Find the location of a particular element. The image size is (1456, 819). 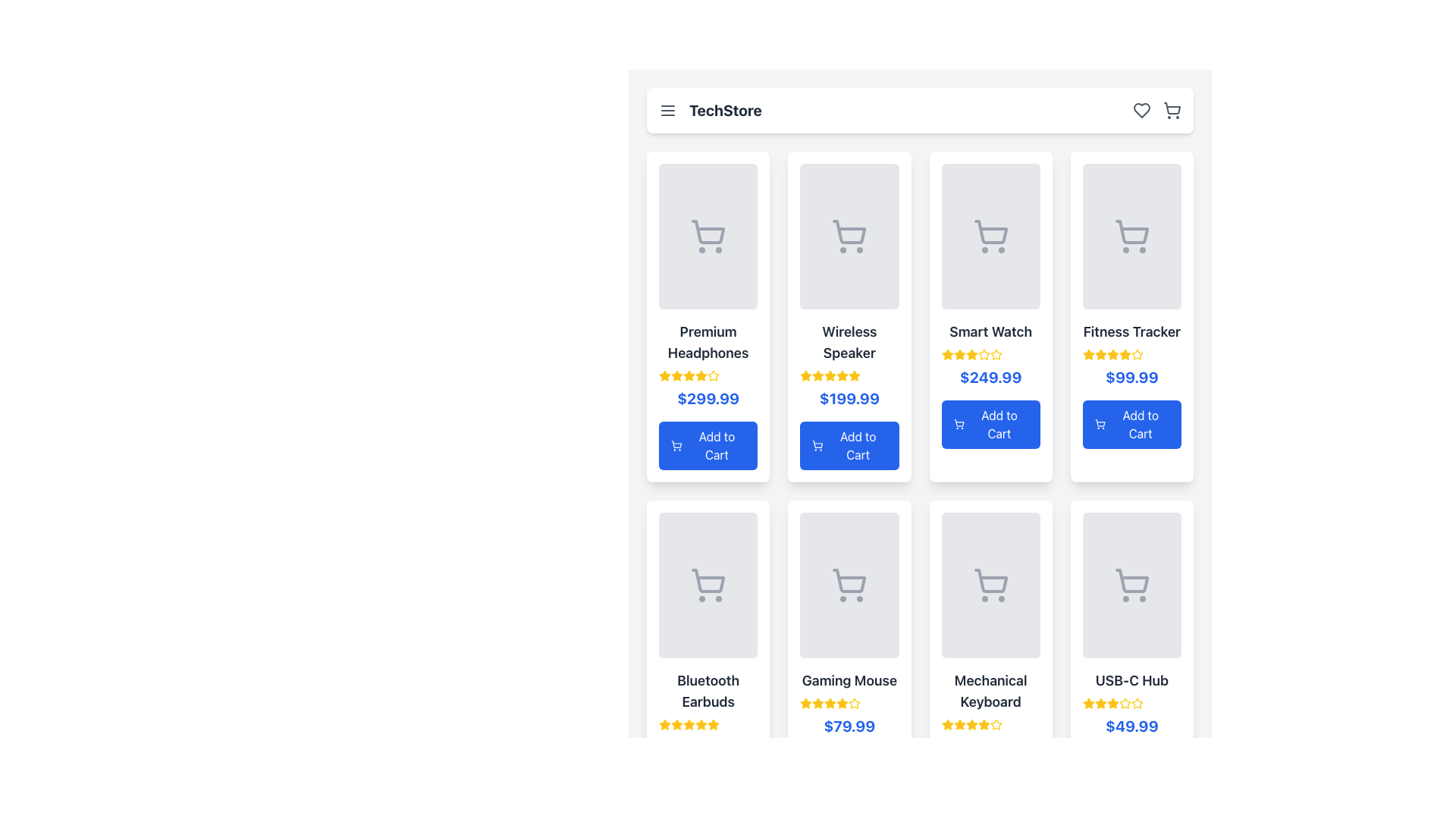

the fourth star icon, which is filled yellow and represents a rating under the 'USB-C Hub' product tile in the second row of the products grid is located at coordinates (1112, 704).